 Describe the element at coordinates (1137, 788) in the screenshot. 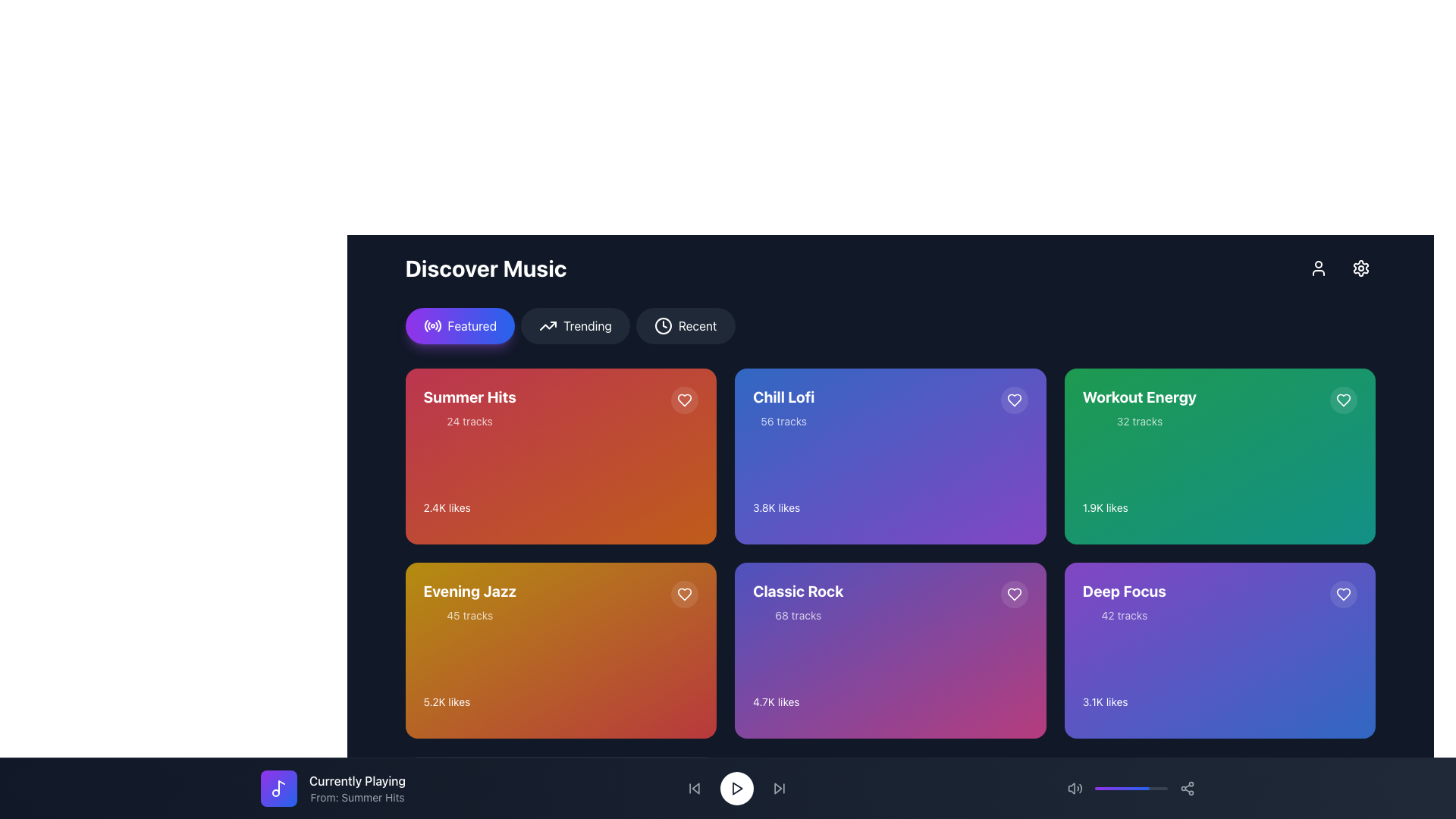

I see `volume level` at that location.